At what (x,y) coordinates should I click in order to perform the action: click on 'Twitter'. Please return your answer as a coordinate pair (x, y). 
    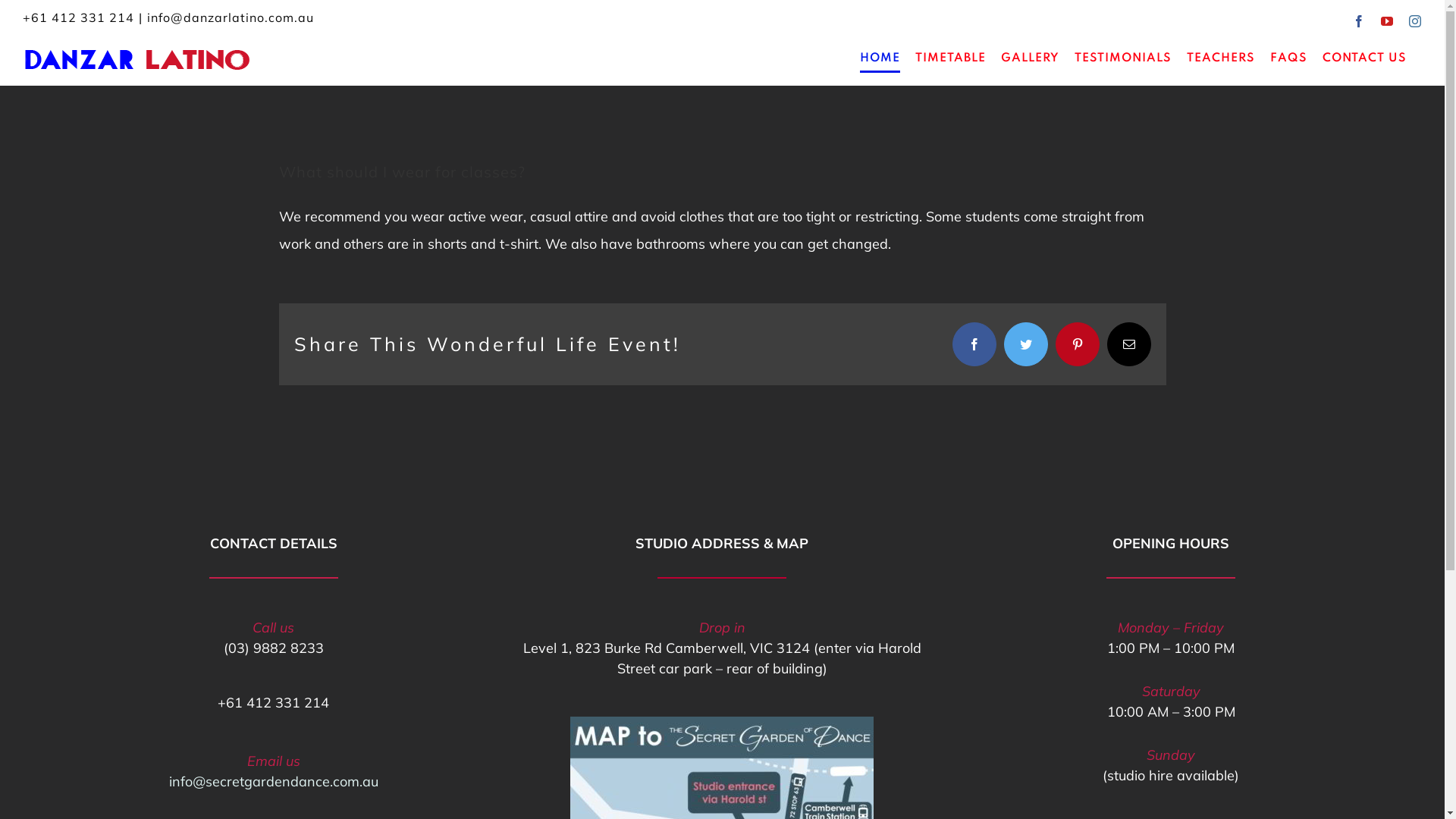
    Looking at the image, I should click on (1004, 344).